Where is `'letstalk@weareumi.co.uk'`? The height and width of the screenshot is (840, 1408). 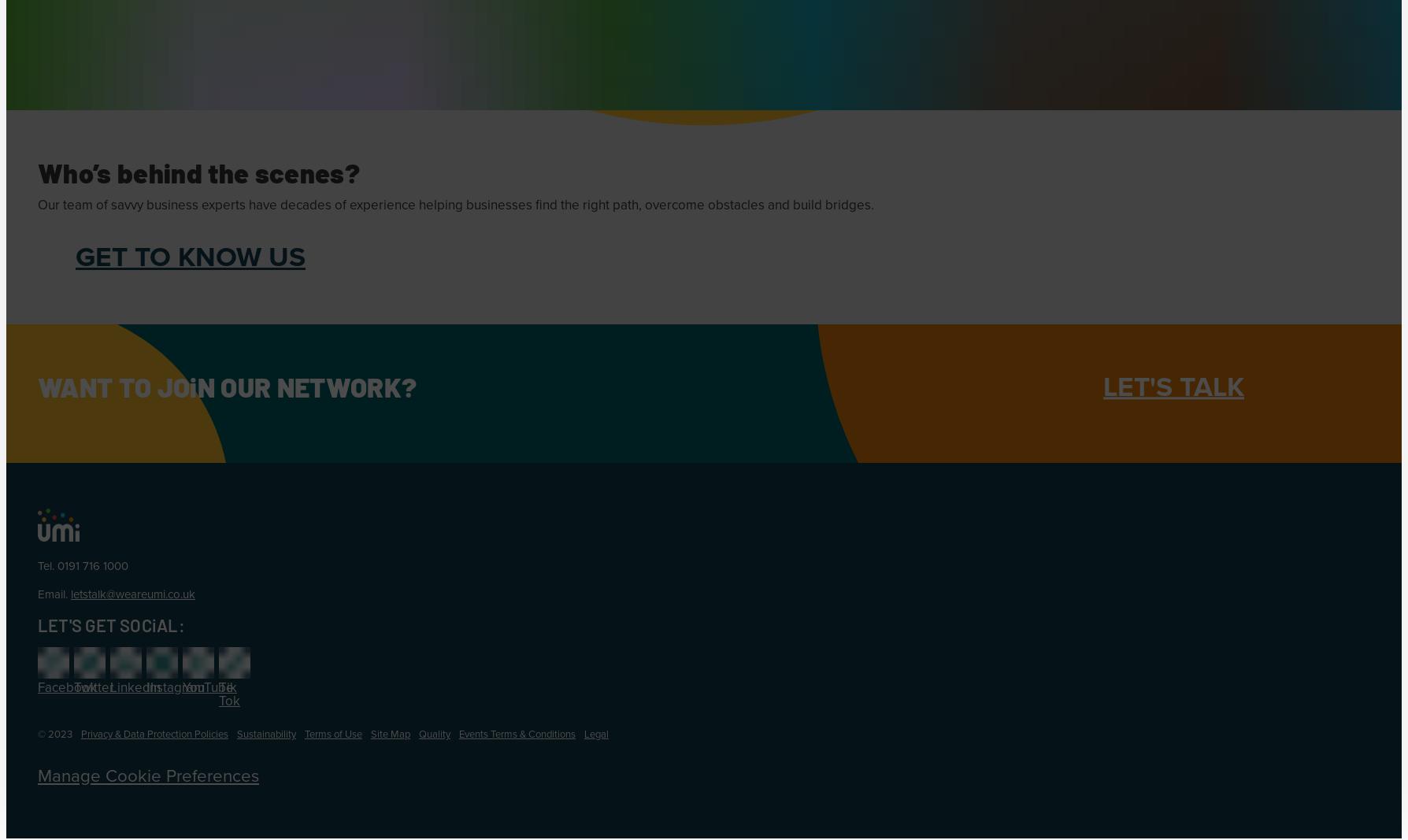 'letstalk@weareumi.co.uk' is located at coordinates (132, 593).